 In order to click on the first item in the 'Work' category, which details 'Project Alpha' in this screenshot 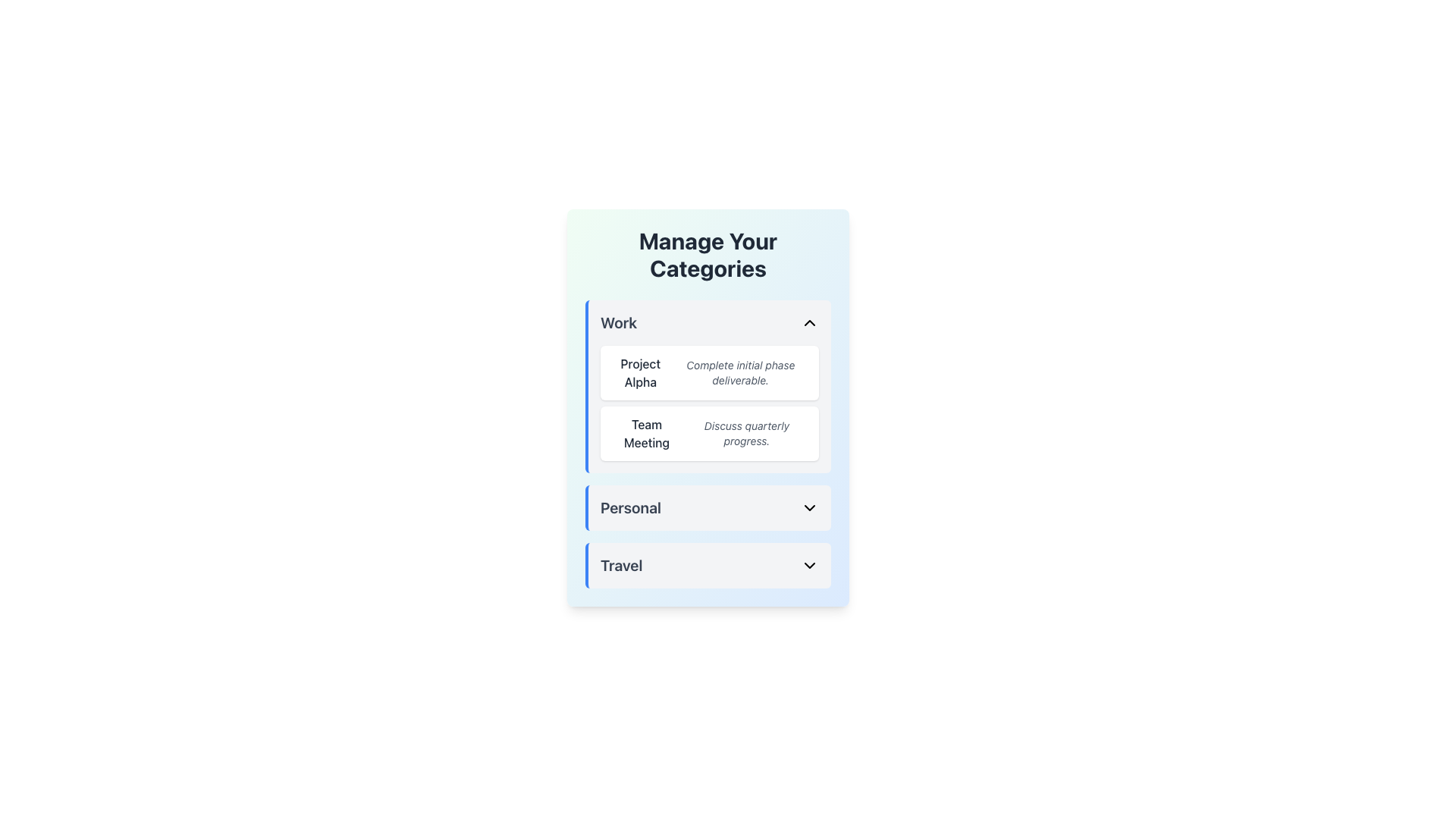, I will do `click(708, 385)`.